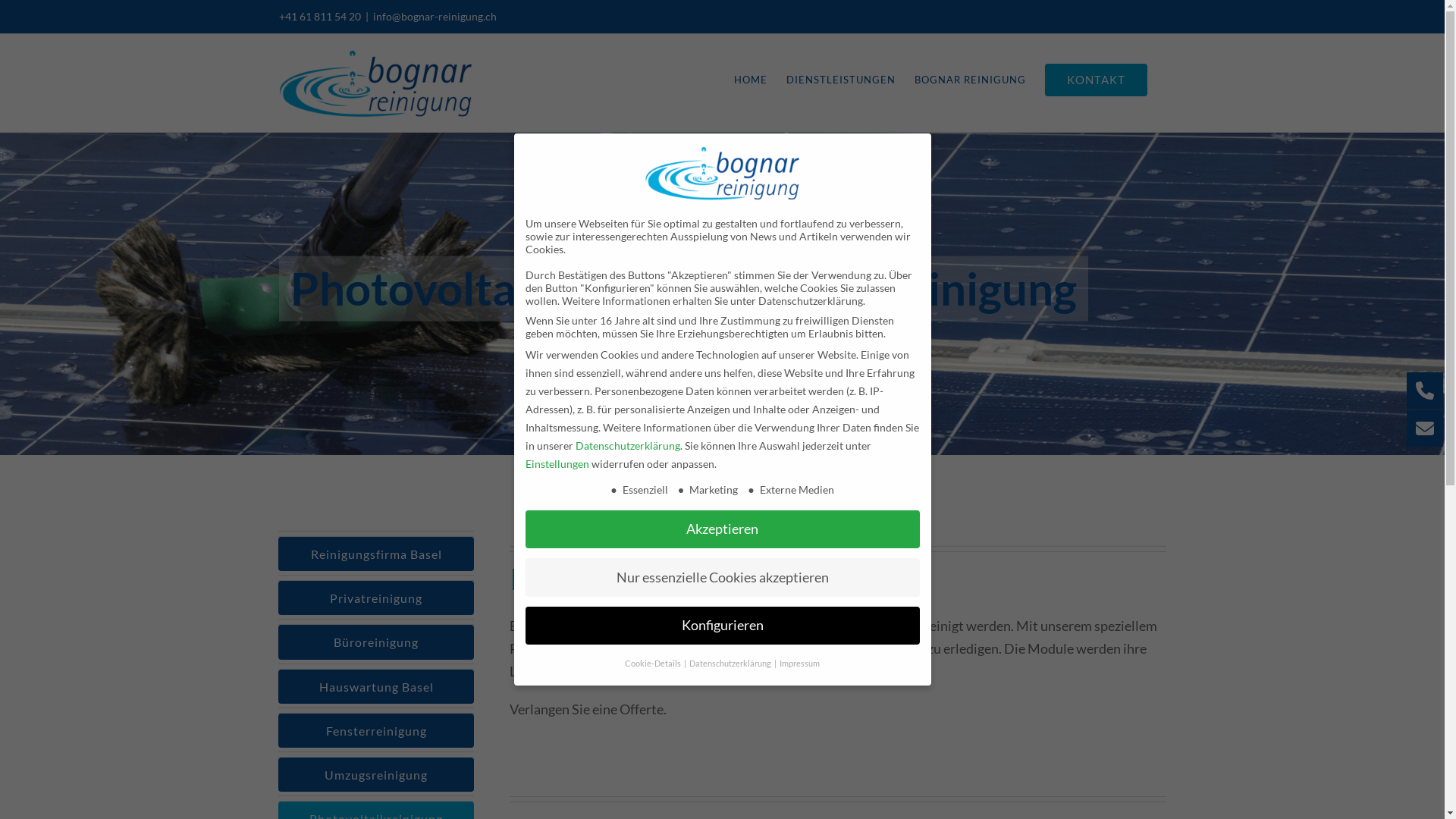  Describe the element at coordinates (720, 529) in the screenshot. I see `'Akzeptieren'` at that location.